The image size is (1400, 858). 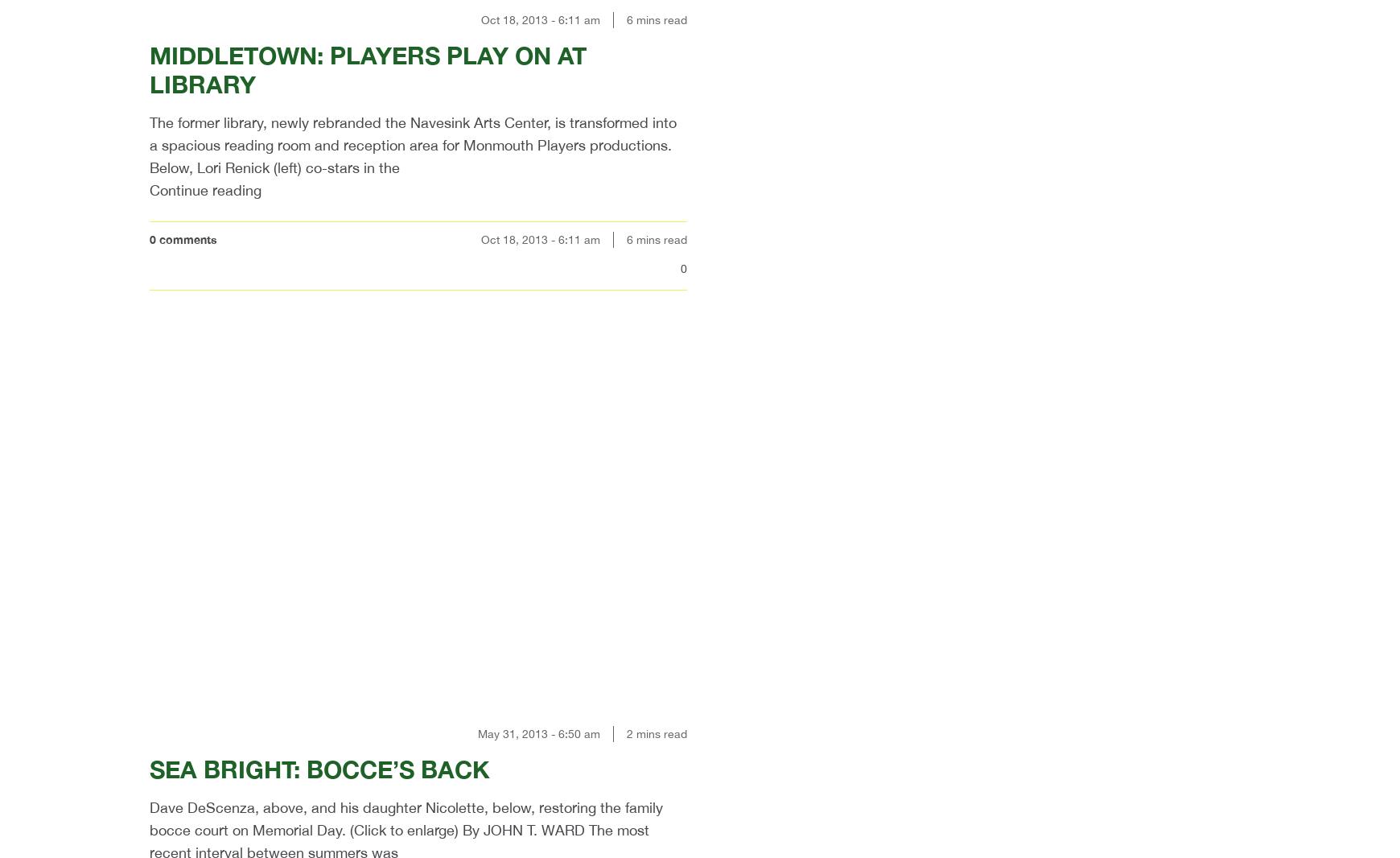 I want to click on 'SEA BRIGHT: BOCCE’S BACK', so click(x=149, y=769).